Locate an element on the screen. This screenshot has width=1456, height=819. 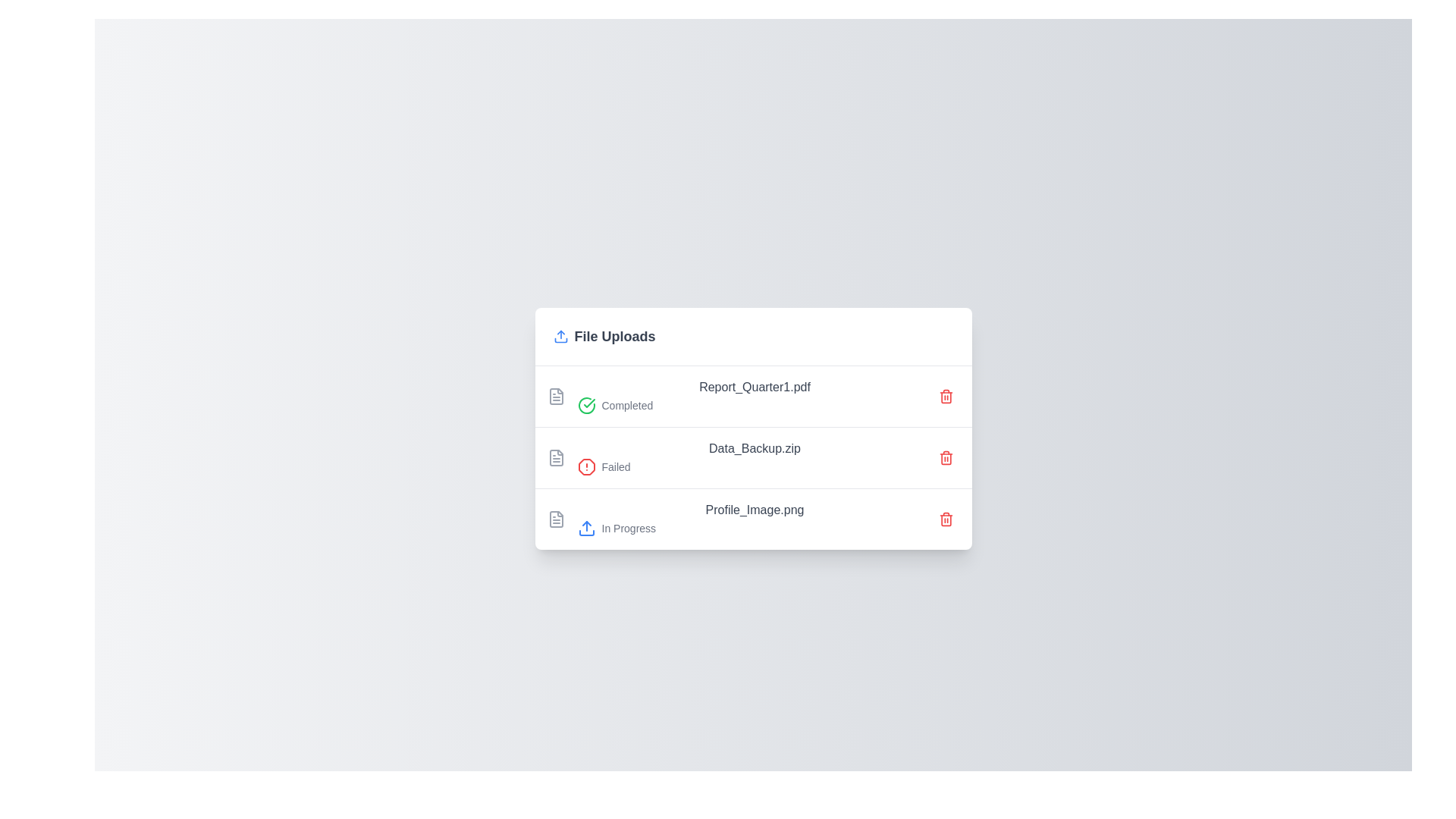
the delete button for the file 'Report_Quarter1.pdf' is located at coordinates (945, 395).